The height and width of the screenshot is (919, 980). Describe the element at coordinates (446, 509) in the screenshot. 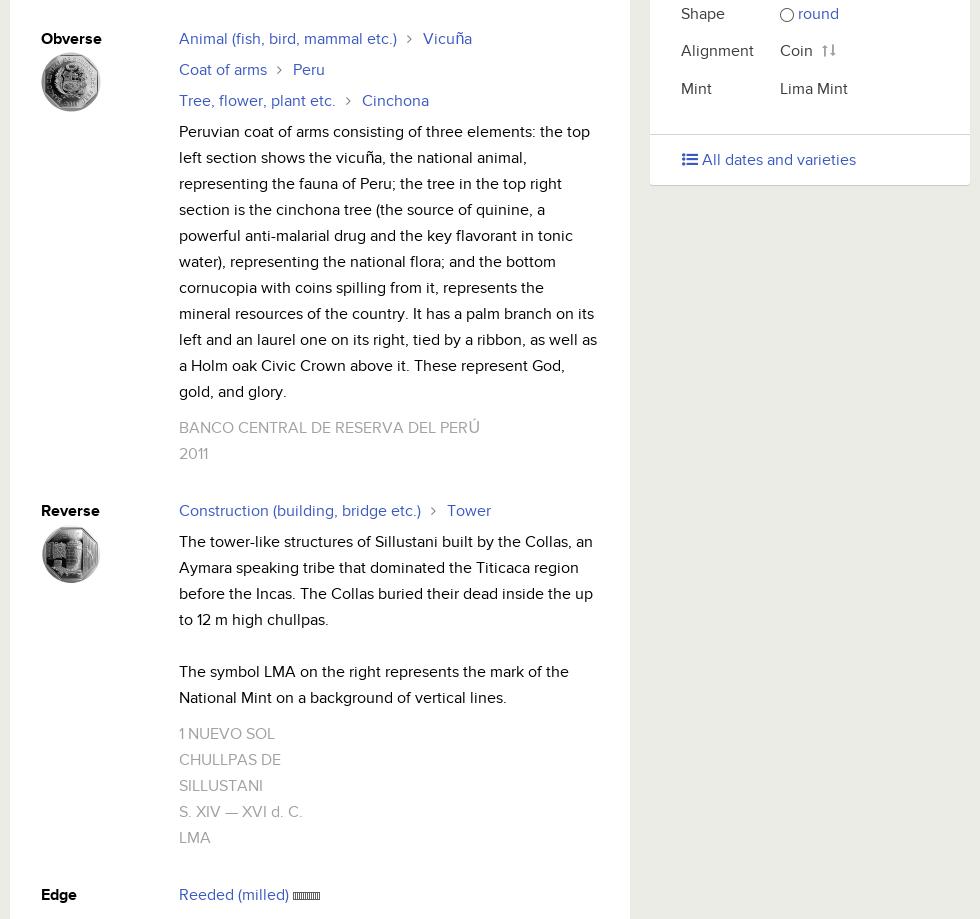

I see `'Tower'` at that location.